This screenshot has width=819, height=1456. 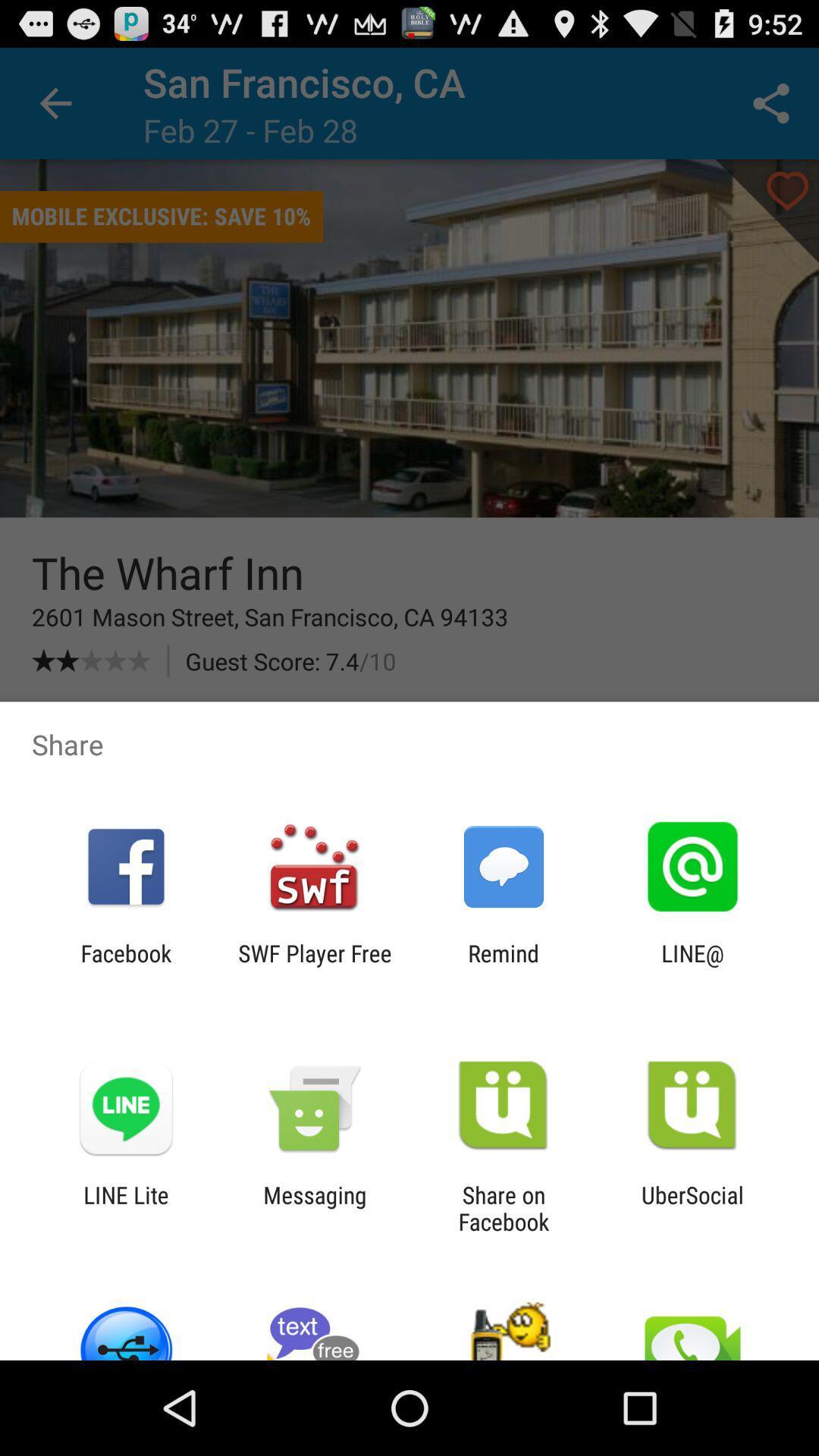 What do you see at coordinates (314, 1207) in the screenshot?
I see `messaging` at bounding box center [314, 1207].